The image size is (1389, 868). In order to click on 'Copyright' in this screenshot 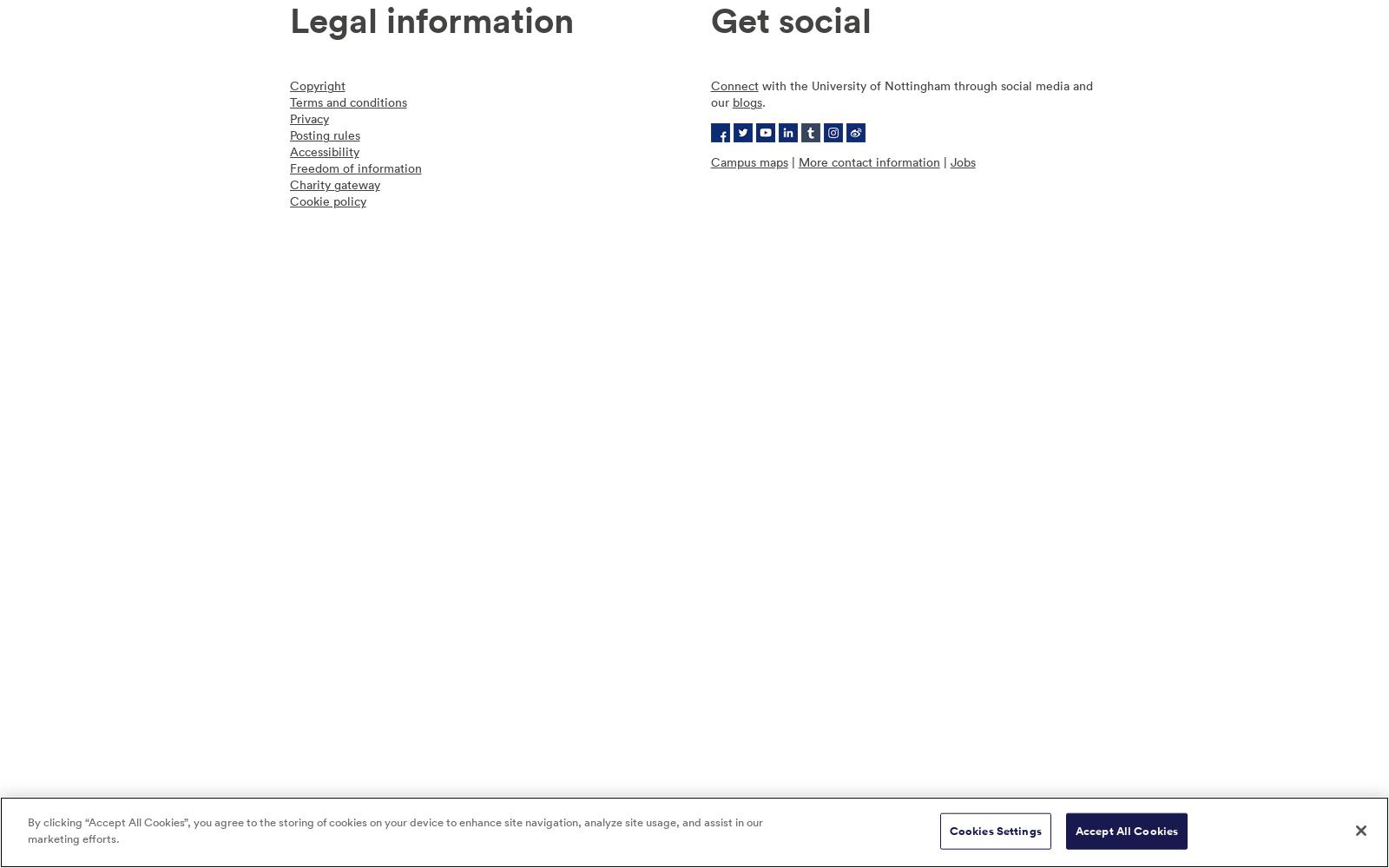, I will do `click(316, 84)`.